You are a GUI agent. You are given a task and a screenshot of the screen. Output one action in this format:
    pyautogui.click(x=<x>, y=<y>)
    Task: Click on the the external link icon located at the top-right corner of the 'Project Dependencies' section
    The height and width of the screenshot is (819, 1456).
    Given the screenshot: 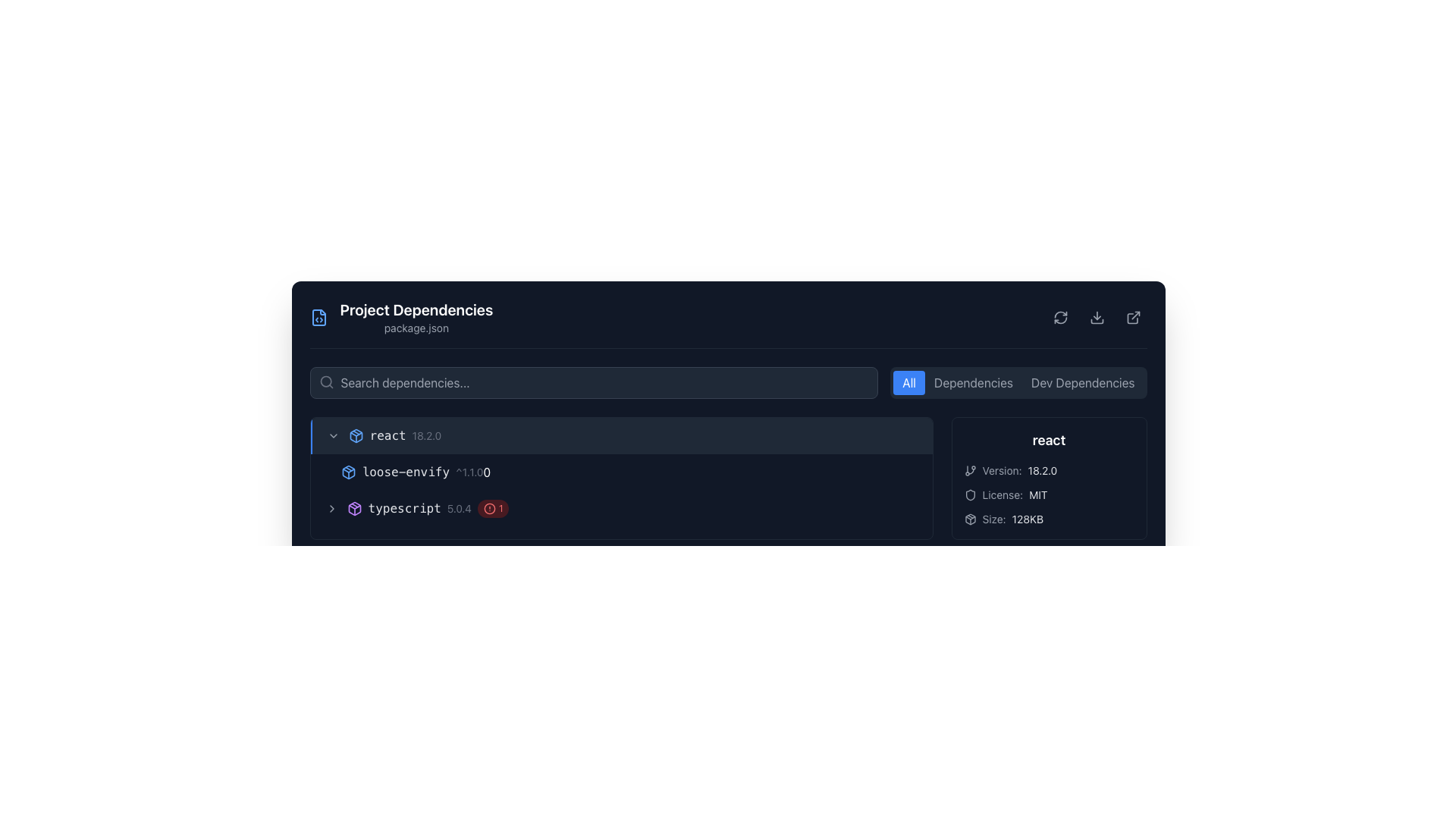 What is the action you would take?
    pyautogui.click(x=1133, y=317)
    